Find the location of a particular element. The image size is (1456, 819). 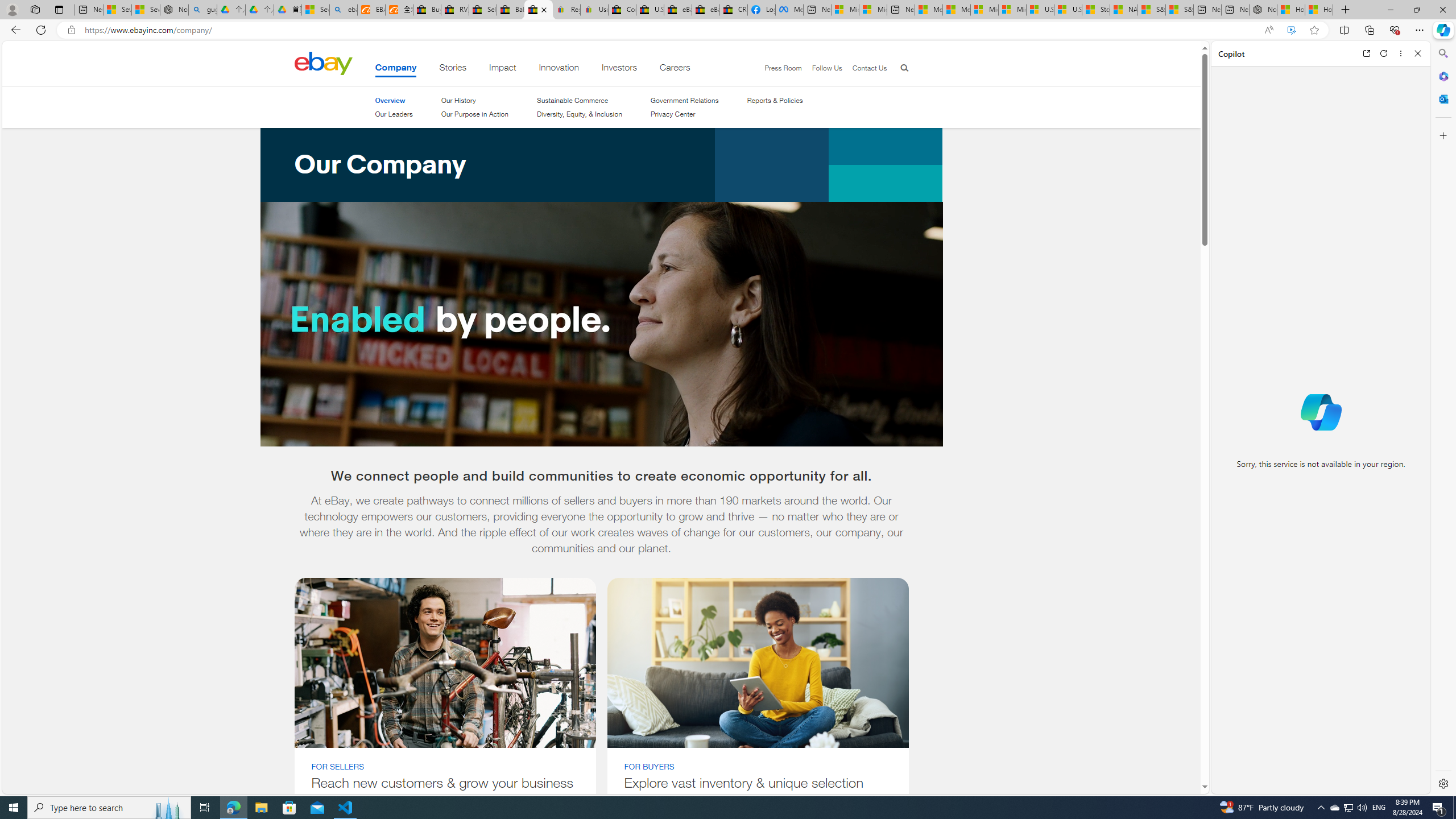

'Meta Store' is located at coordinates (788, 9).